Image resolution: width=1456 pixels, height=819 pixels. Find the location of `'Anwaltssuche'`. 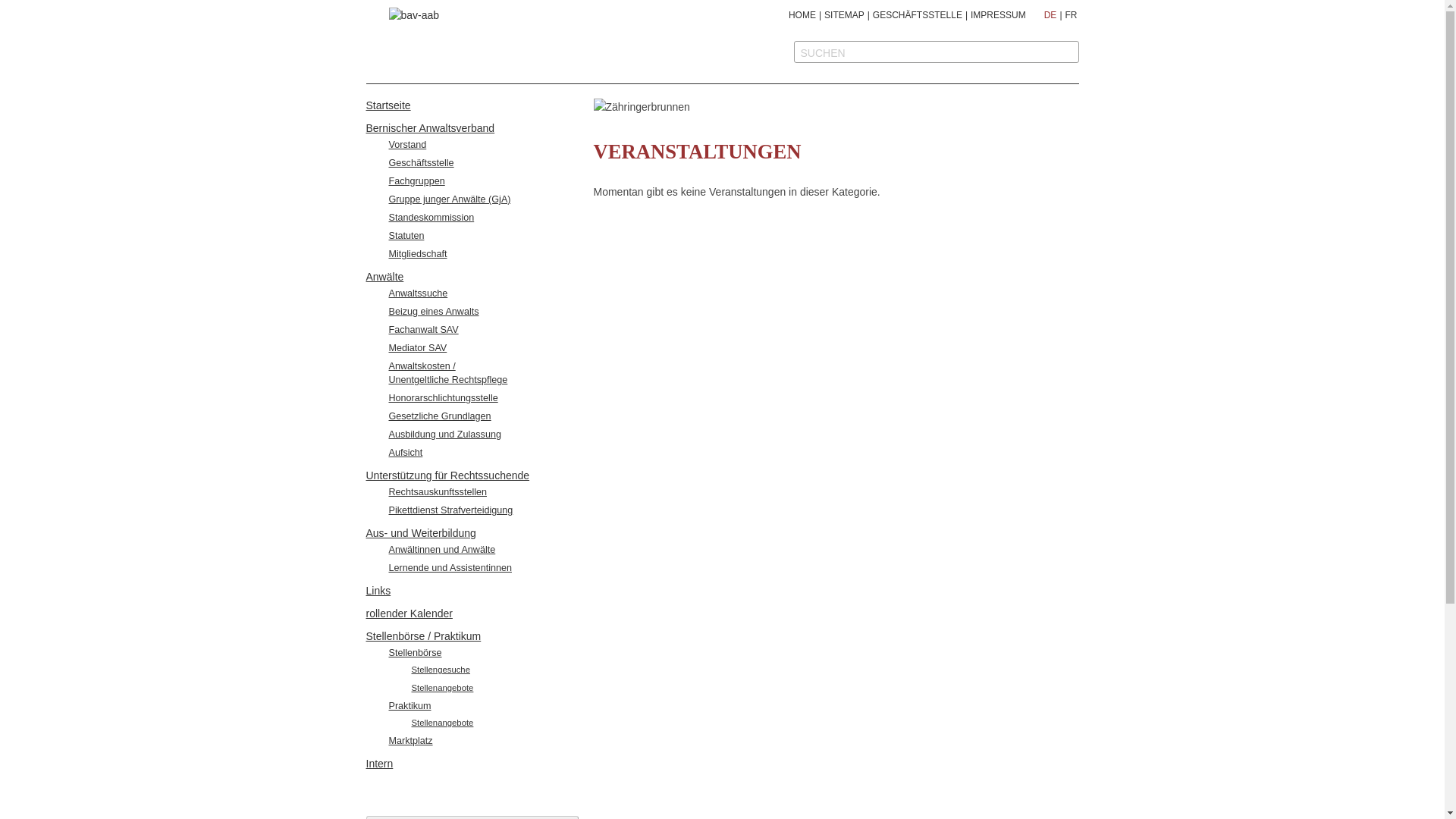

'Anwaltssuche' is located at coordinates (418, 293).